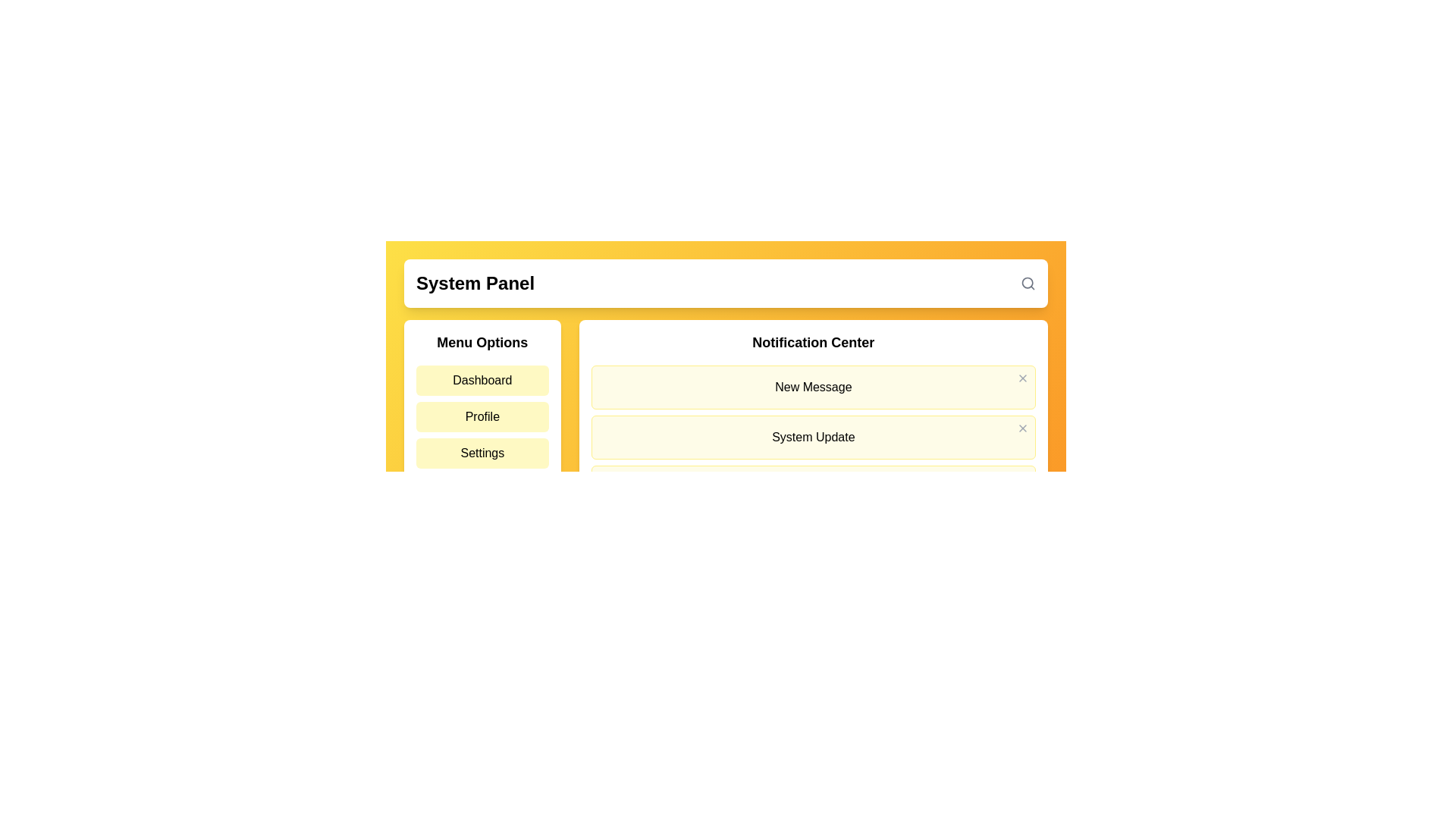  What do you see at coordinates (482, 421) in the screenshot?
I see `the 'Profile' button located in the 'Menu Options' section, which is the second button in a vertical list, to change its visual appearance` at bounding box center [482, 421].